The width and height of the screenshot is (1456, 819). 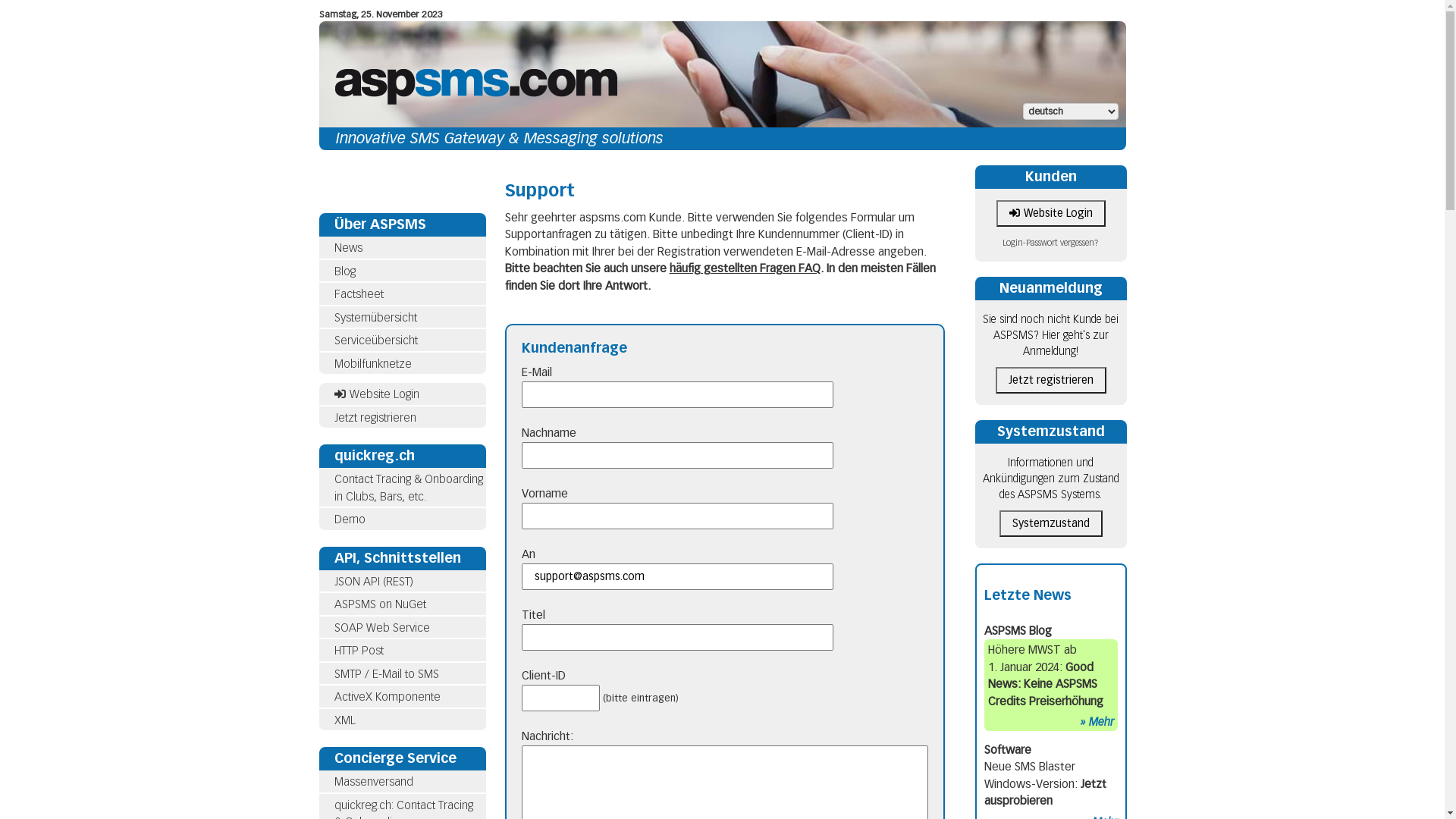 What do you see at coordinates (401, 418) in the screenshot?
I see `'Jetzt registrieren'` at bounding box center [401, 418].